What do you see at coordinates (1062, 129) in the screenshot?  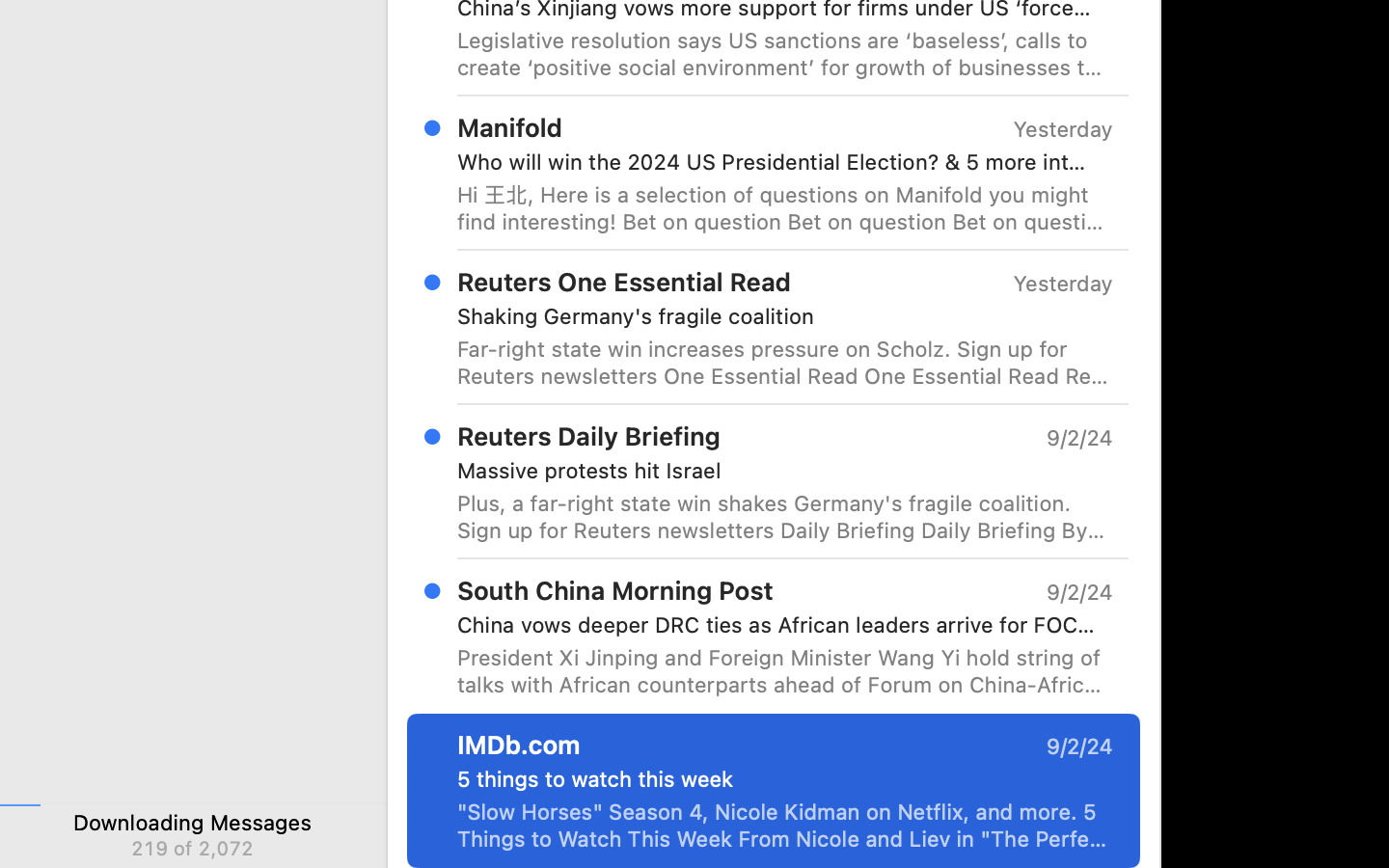 I see `'Yesterday'` at bounding box center [1062, 129].